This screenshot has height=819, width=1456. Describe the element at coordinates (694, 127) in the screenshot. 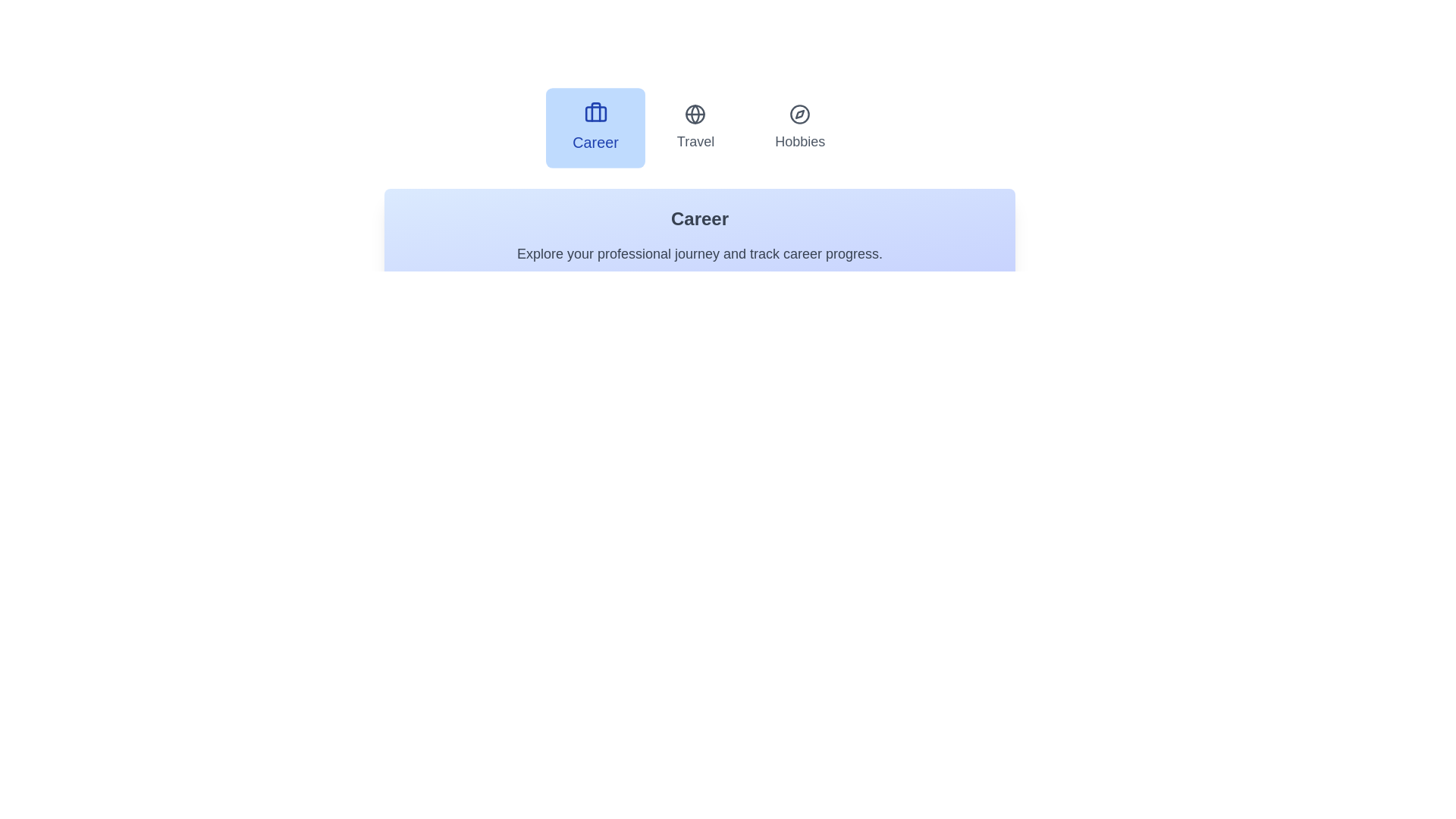

I see `the tab labeled Travel to switch its content` at that location.